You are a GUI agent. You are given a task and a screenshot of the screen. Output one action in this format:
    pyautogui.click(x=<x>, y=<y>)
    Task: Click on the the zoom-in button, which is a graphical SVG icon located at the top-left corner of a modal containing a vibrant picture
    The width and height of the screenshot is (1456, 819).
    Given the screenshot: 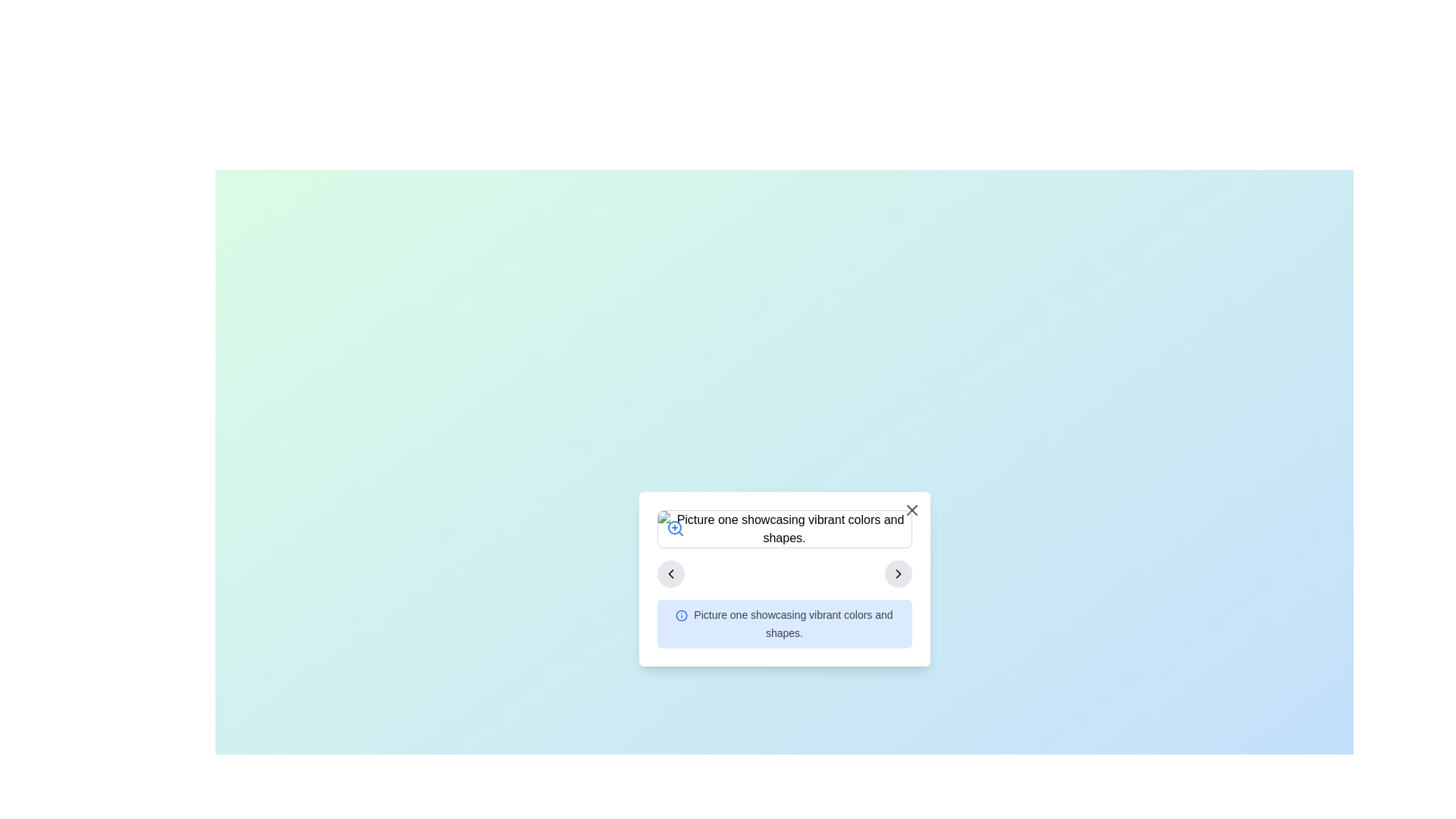 What is the action you would take?
    pyautogui.click(x=674, y=528)
    